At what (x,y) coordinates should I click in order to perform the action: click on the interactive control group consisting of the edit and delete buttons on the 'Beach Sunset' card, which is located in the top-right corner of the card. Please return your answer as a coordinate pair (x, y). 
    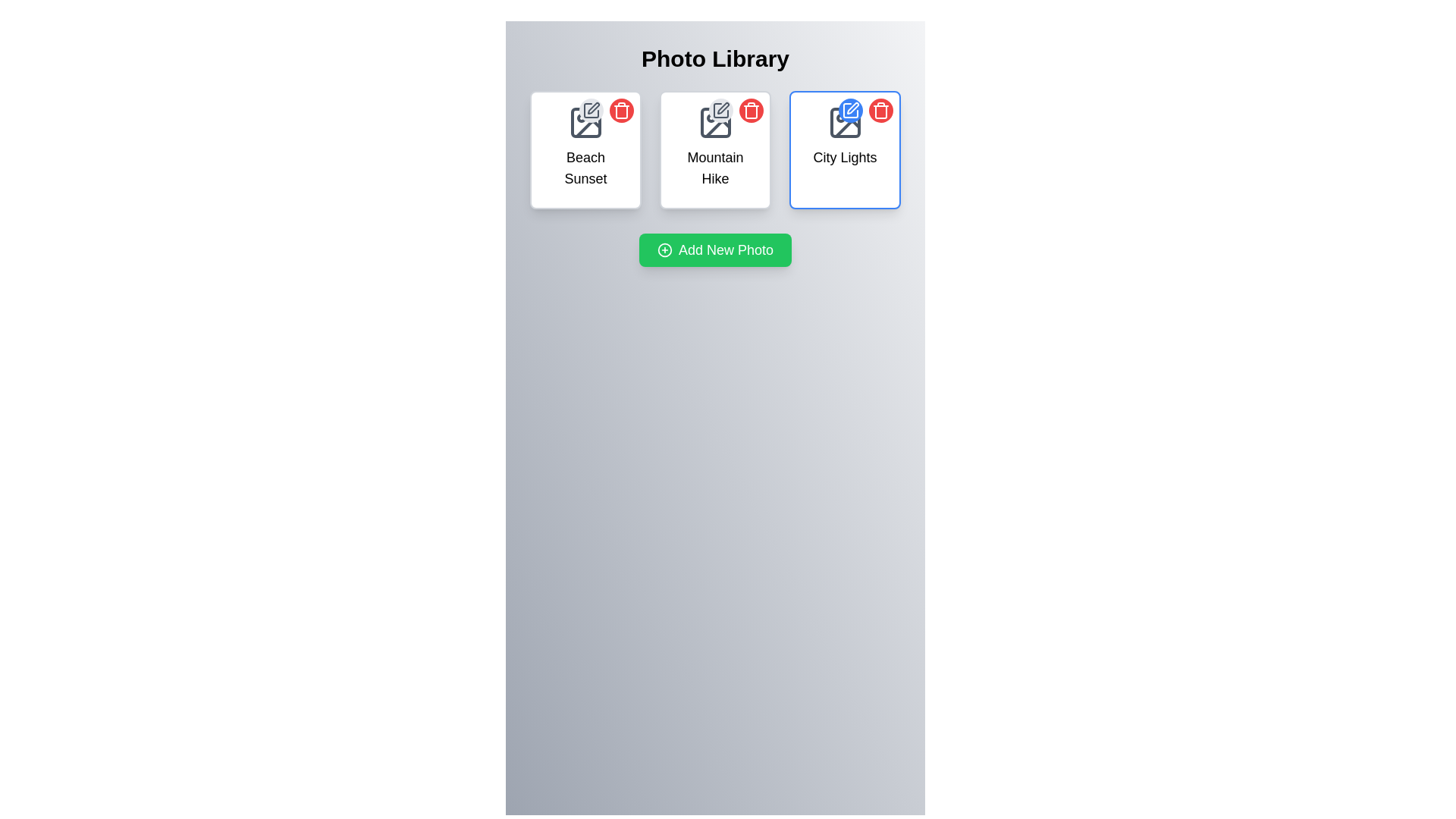
    Looking at the image, I should click on (607, 110).